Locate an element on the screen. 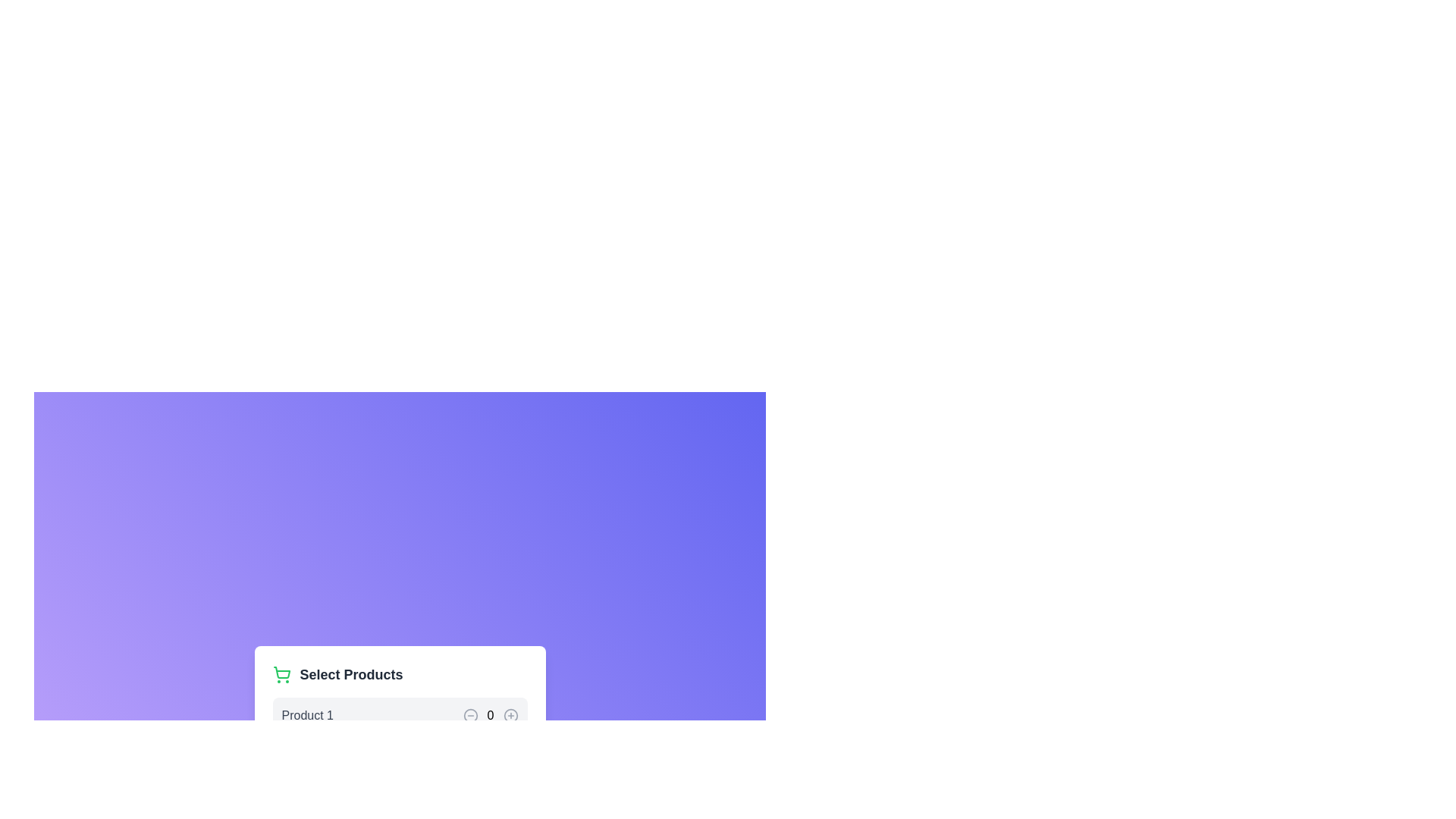 This screenshot has width=1456, height=819. the increment button located to the far right of the decrement button and next to the numeric value '0' to increase the value is located at coordinates (510, 716).